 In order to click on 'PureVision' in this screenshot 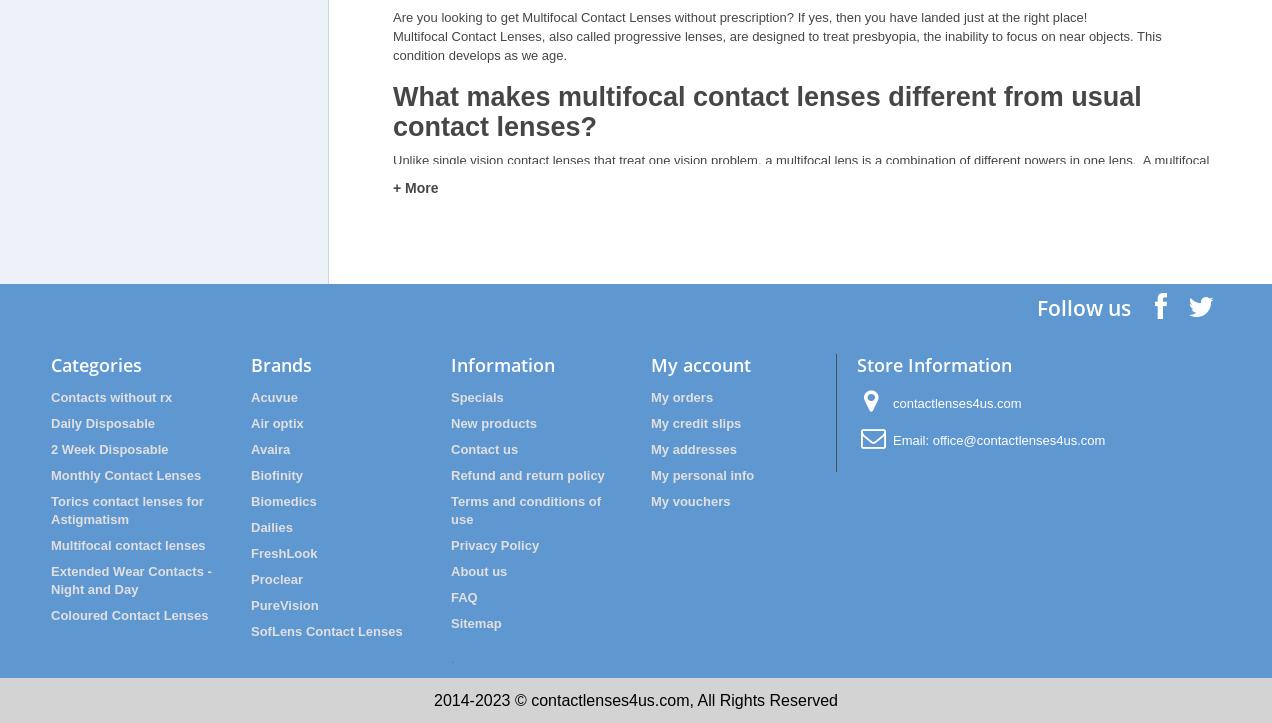, I will do `click(284, 604)`.